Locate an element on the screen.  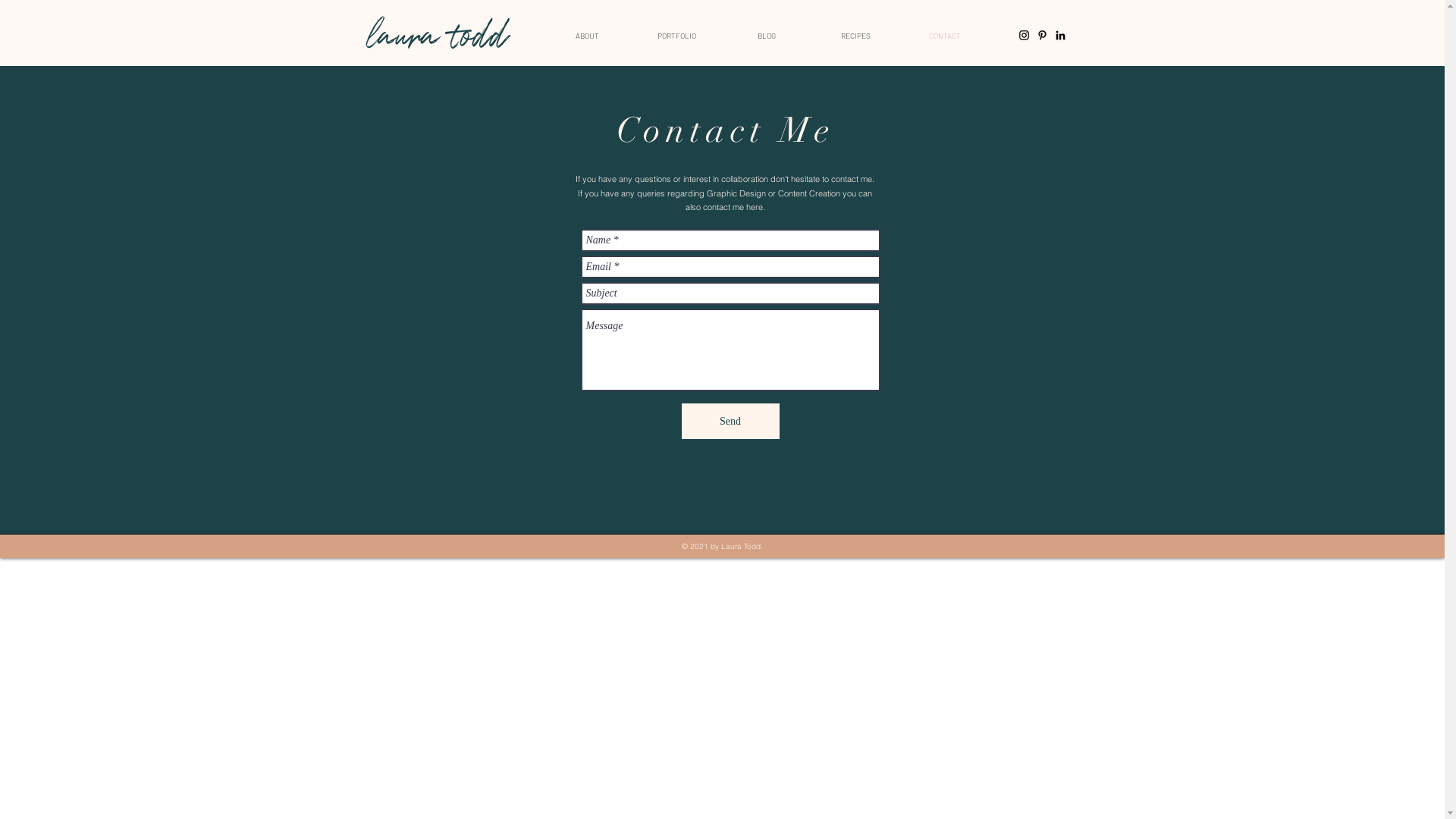
'BLOG' is located at coordinates (720, 34).